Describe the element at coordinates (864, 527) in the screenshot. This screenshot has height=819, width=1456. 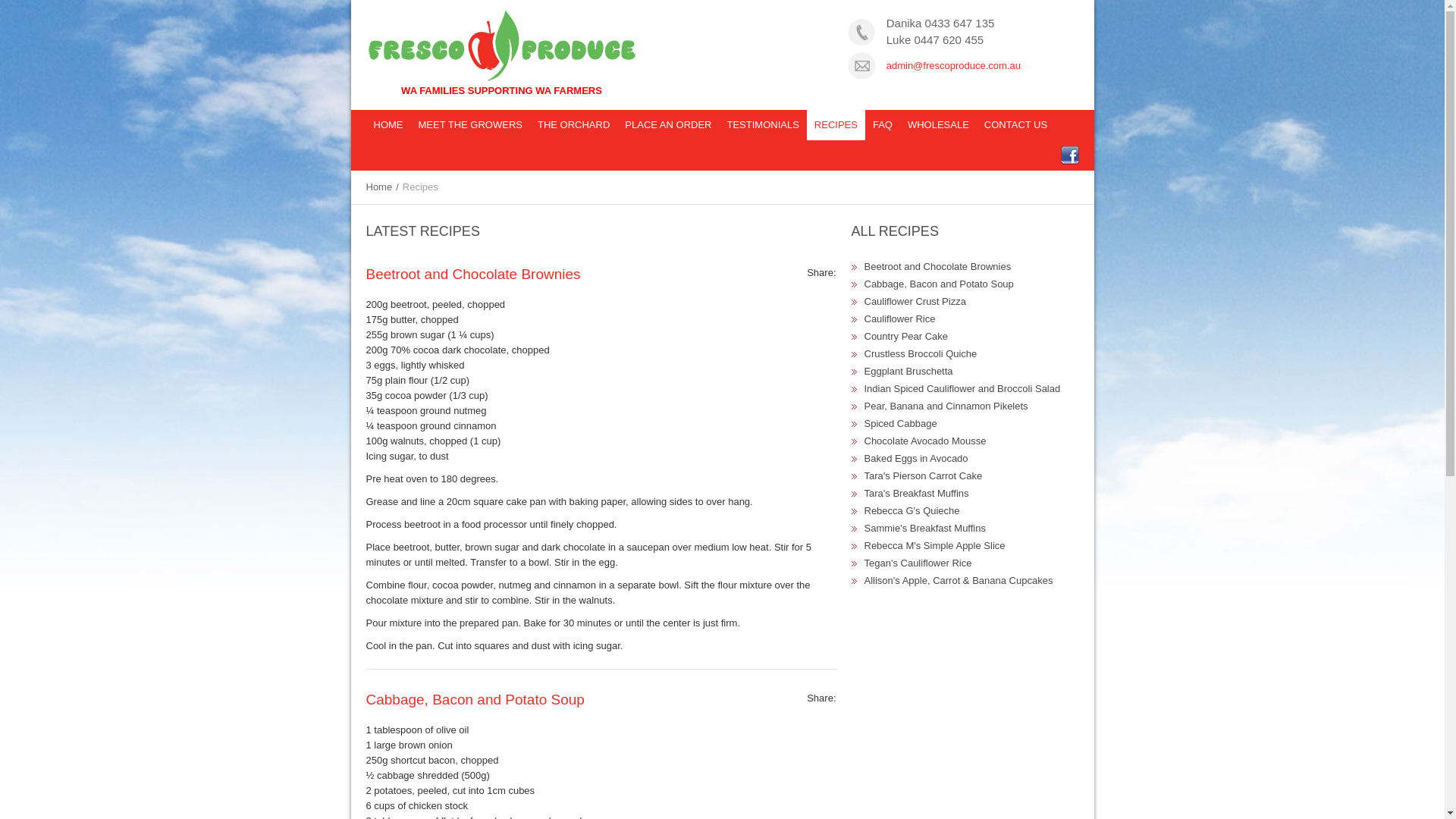
I see `'Sammie's Breakfast Muffins'` at that location.